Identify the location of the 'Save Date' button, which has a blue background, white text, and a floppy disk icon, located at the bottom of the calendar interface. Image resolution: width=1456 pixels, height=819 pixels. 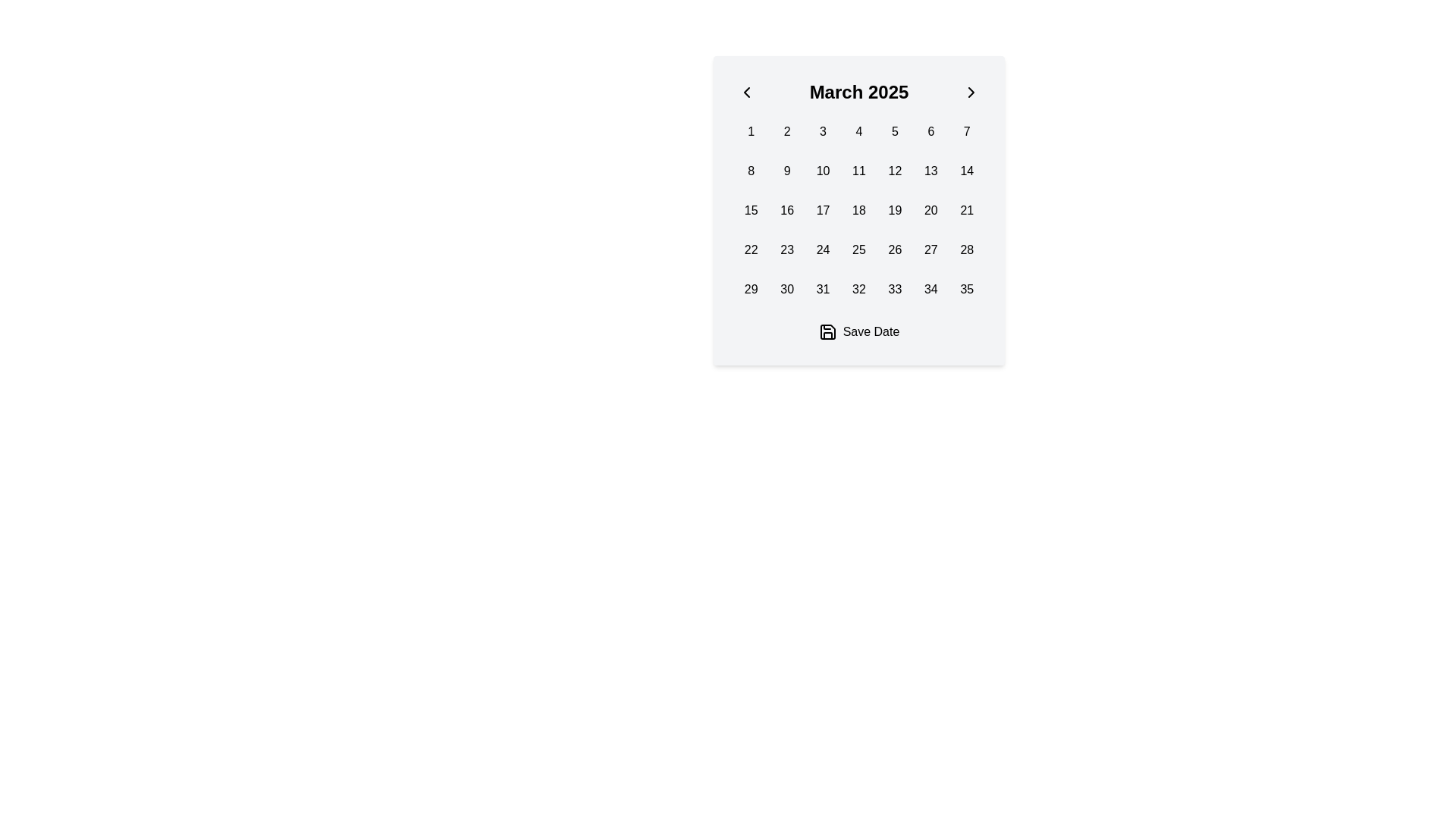
(858, 331).